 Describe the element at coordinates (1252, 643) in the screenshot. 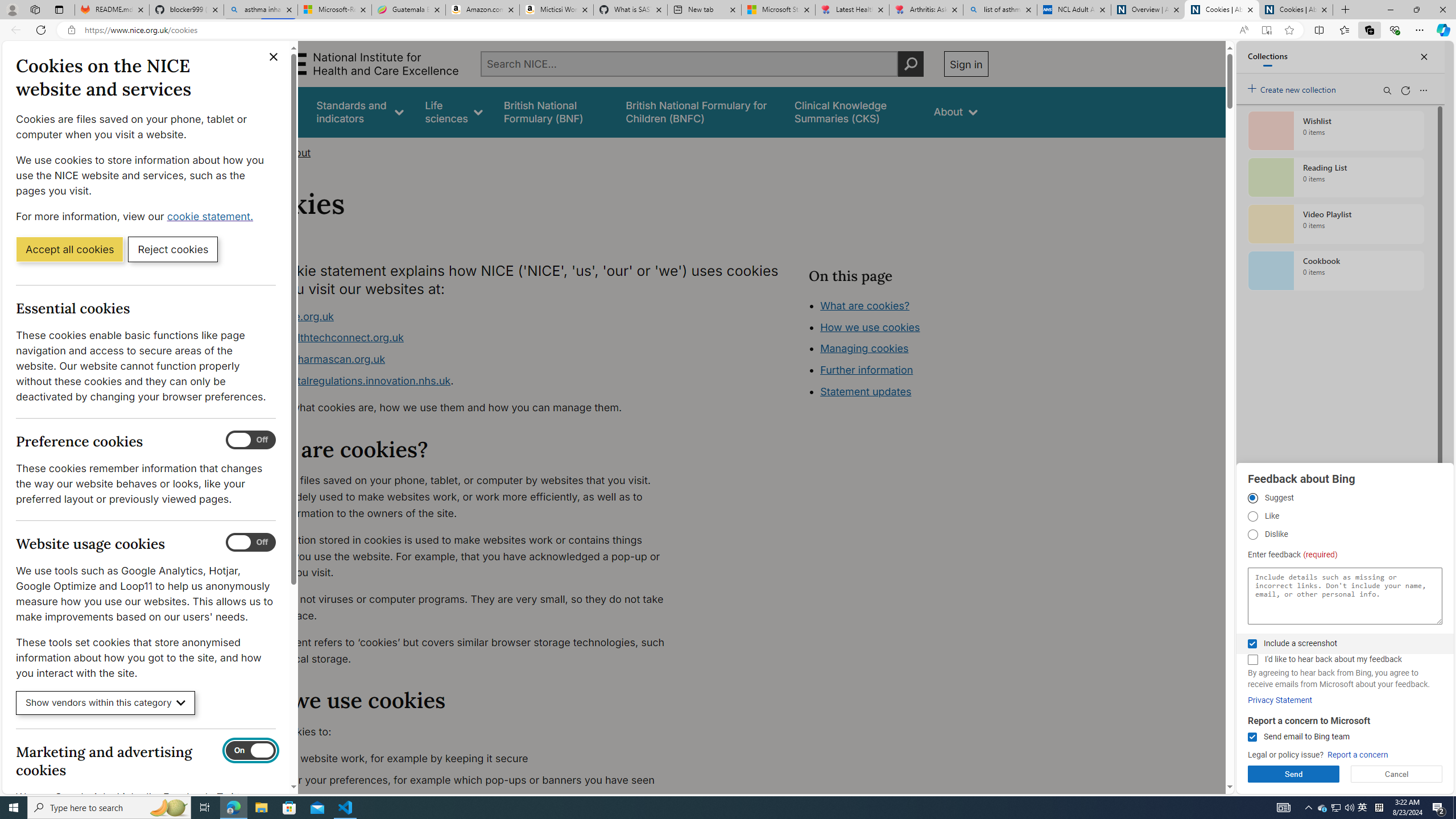

I see `'Include a screenshot'` at that location.